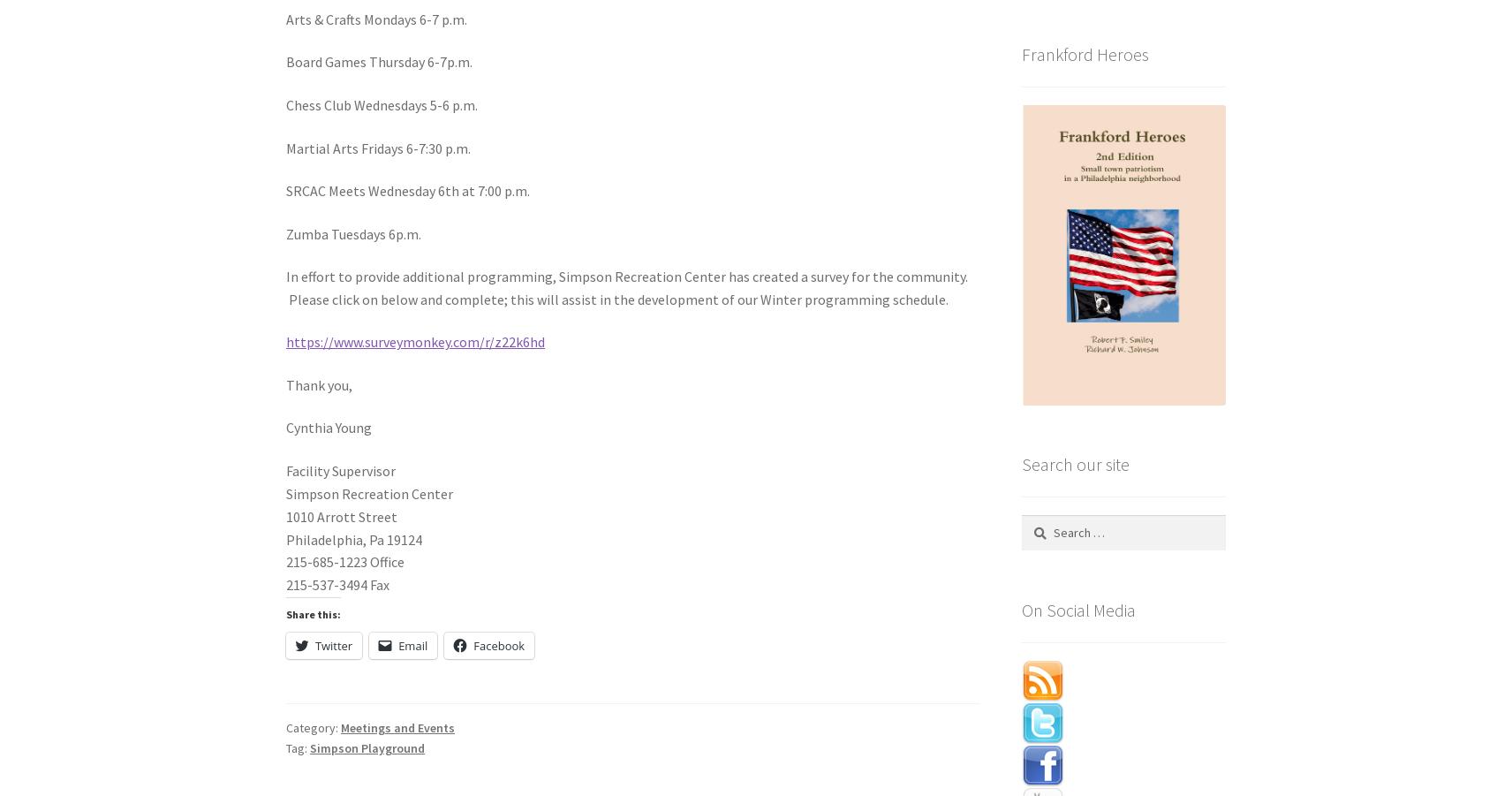 The width and height of the screenshot is (1512, 796). What do you see at coordinates (497, 643) in the screenshot?
I see `'Facebook'` at bounding box center [497, 643].